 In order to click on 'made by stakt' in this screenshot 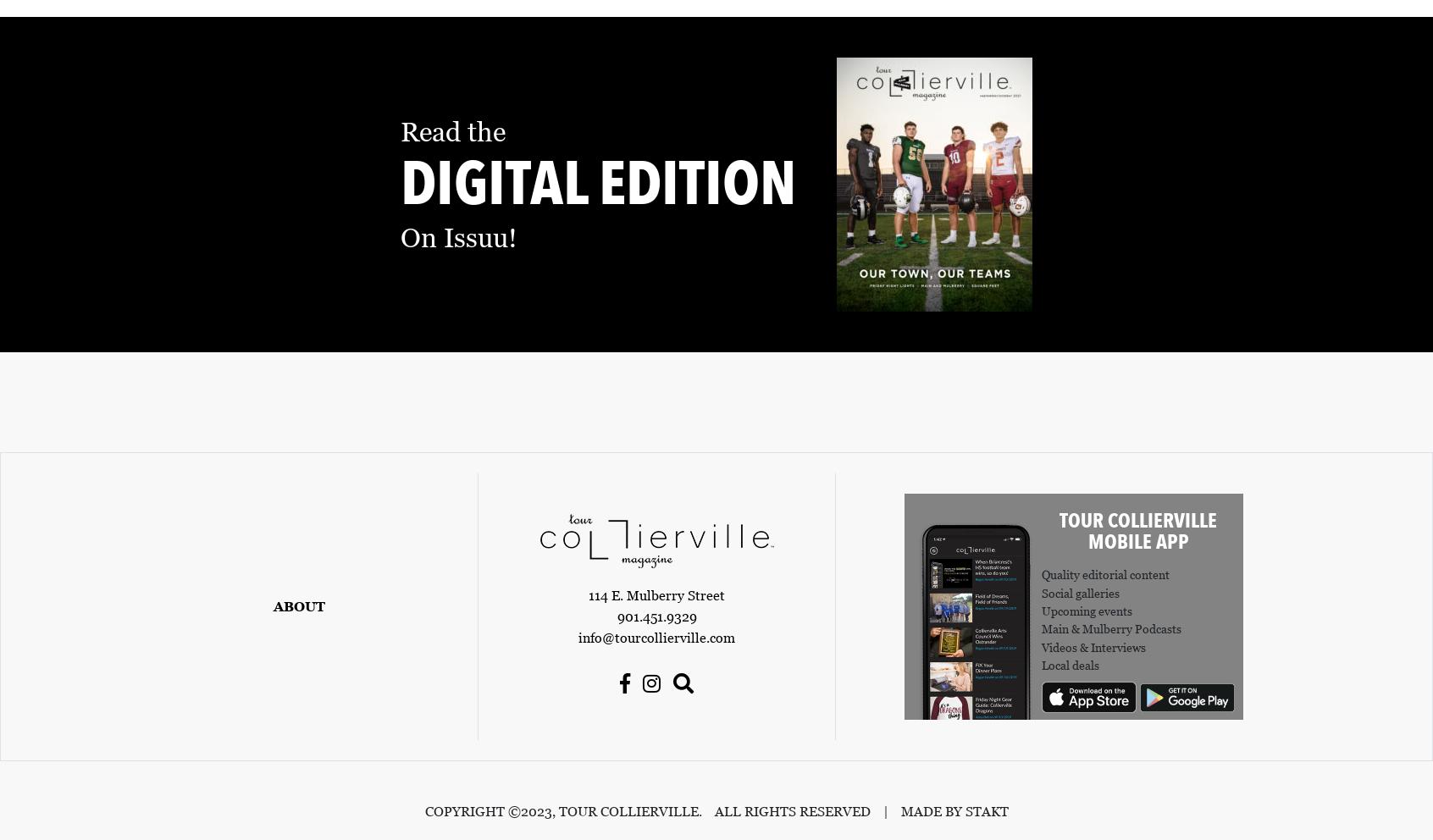, I will do `click(954, 811)`.